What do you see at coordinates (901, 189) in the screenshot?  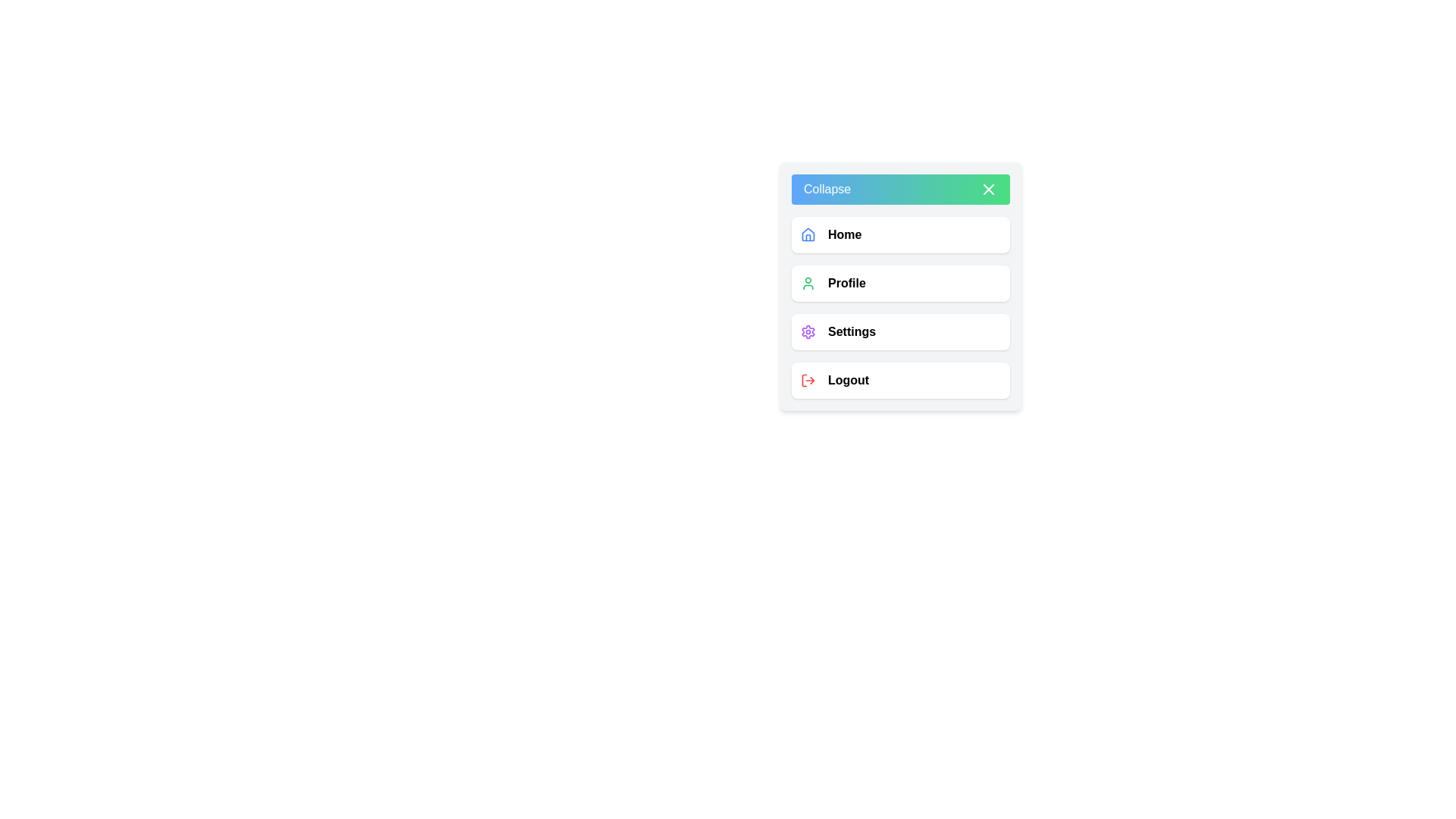 I see `the toggle button to toggle the menu state` at bounding box center [901, 189].